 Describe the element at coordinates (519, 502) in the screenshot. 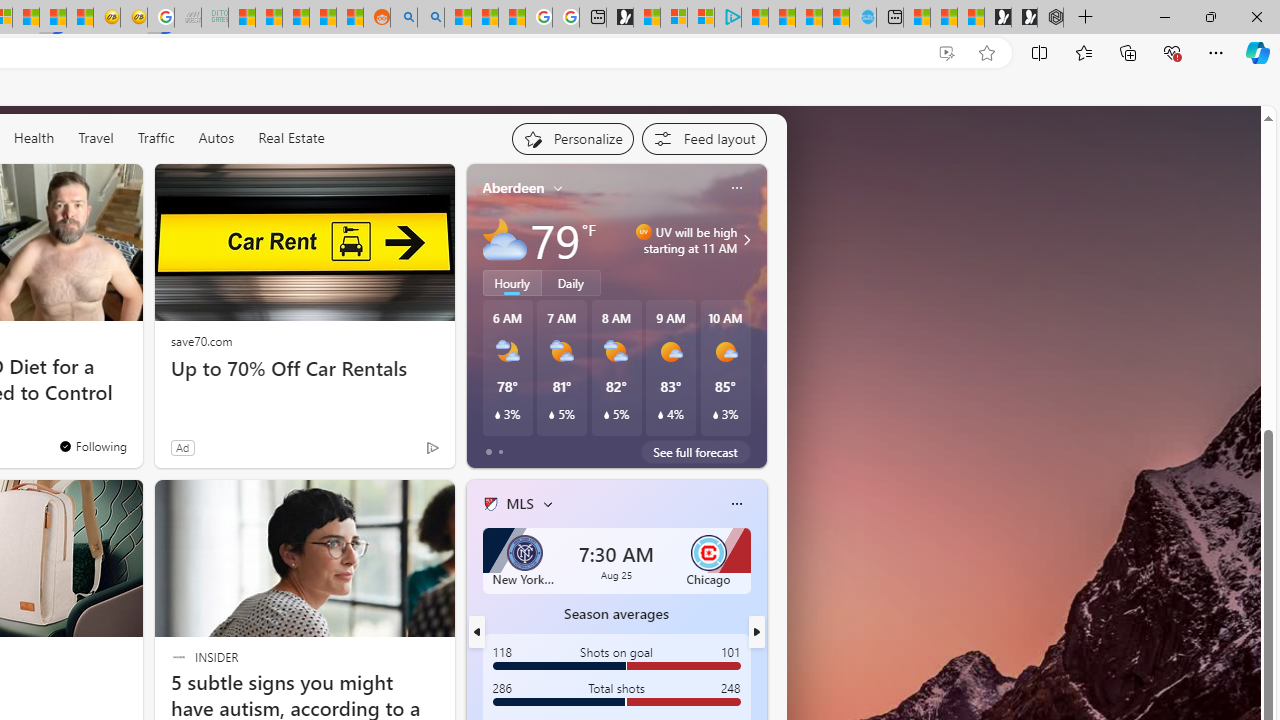

I see `'MLS'` at that location.